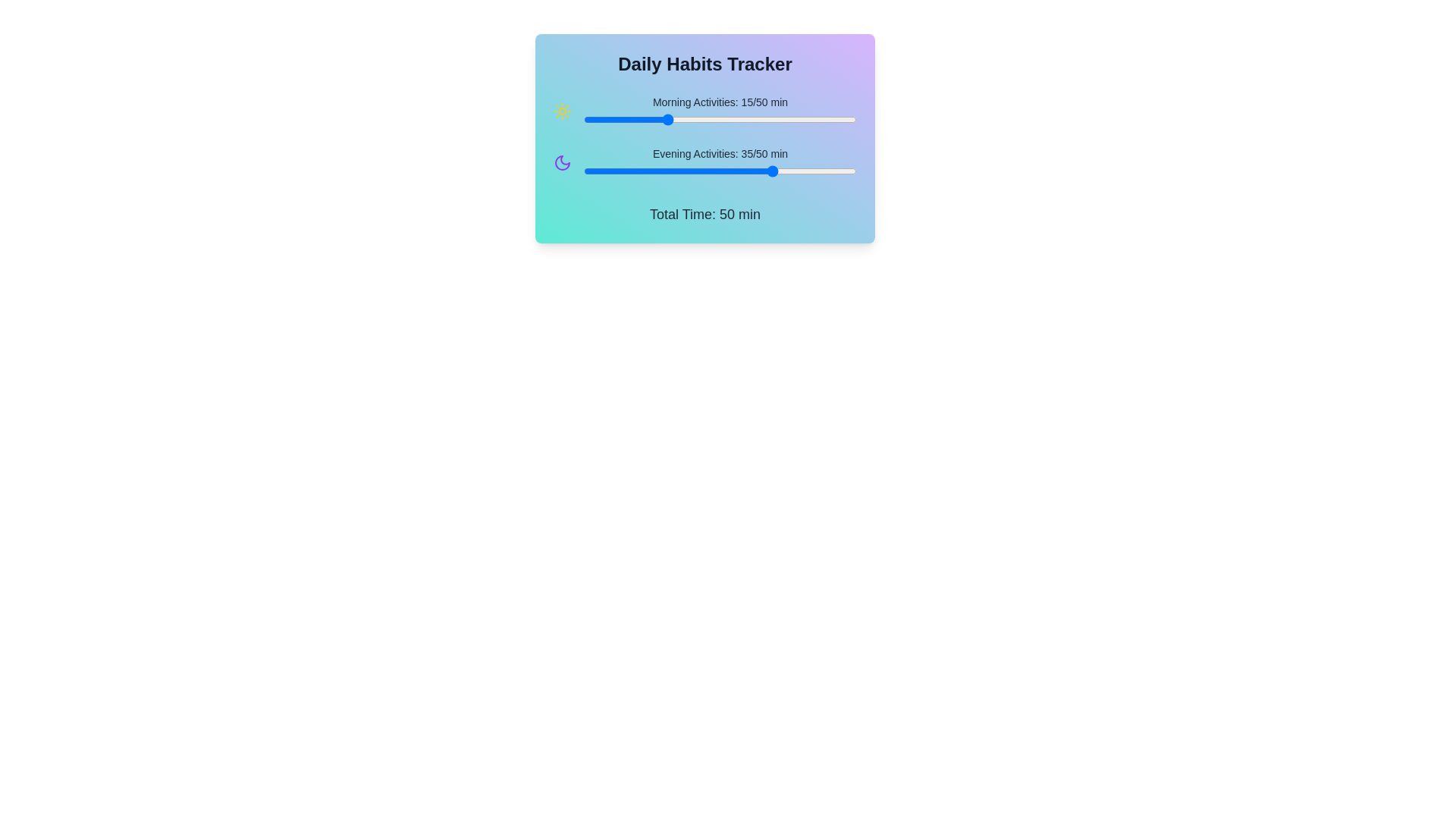  What do you see at coordinates (720, 154) in the screenshot?
I see `text label displaying 'Evening Activities: 35/50 min', which is styled in a small, bold font and located in the center-right section above the evening activities progress slider` at bounding box center [720, 154].